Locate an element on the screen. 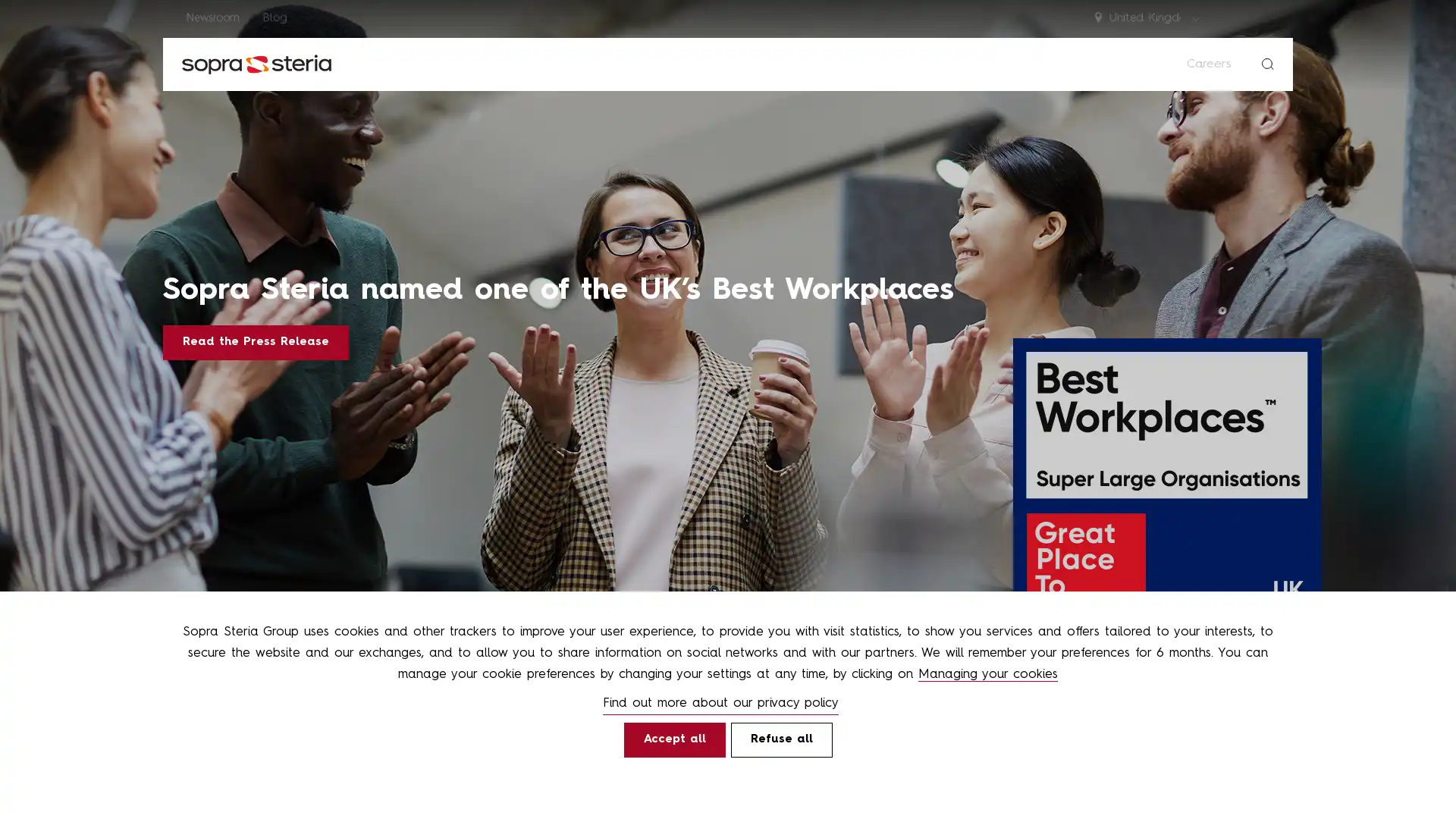  Careers is located at coordinates (1208, 63).